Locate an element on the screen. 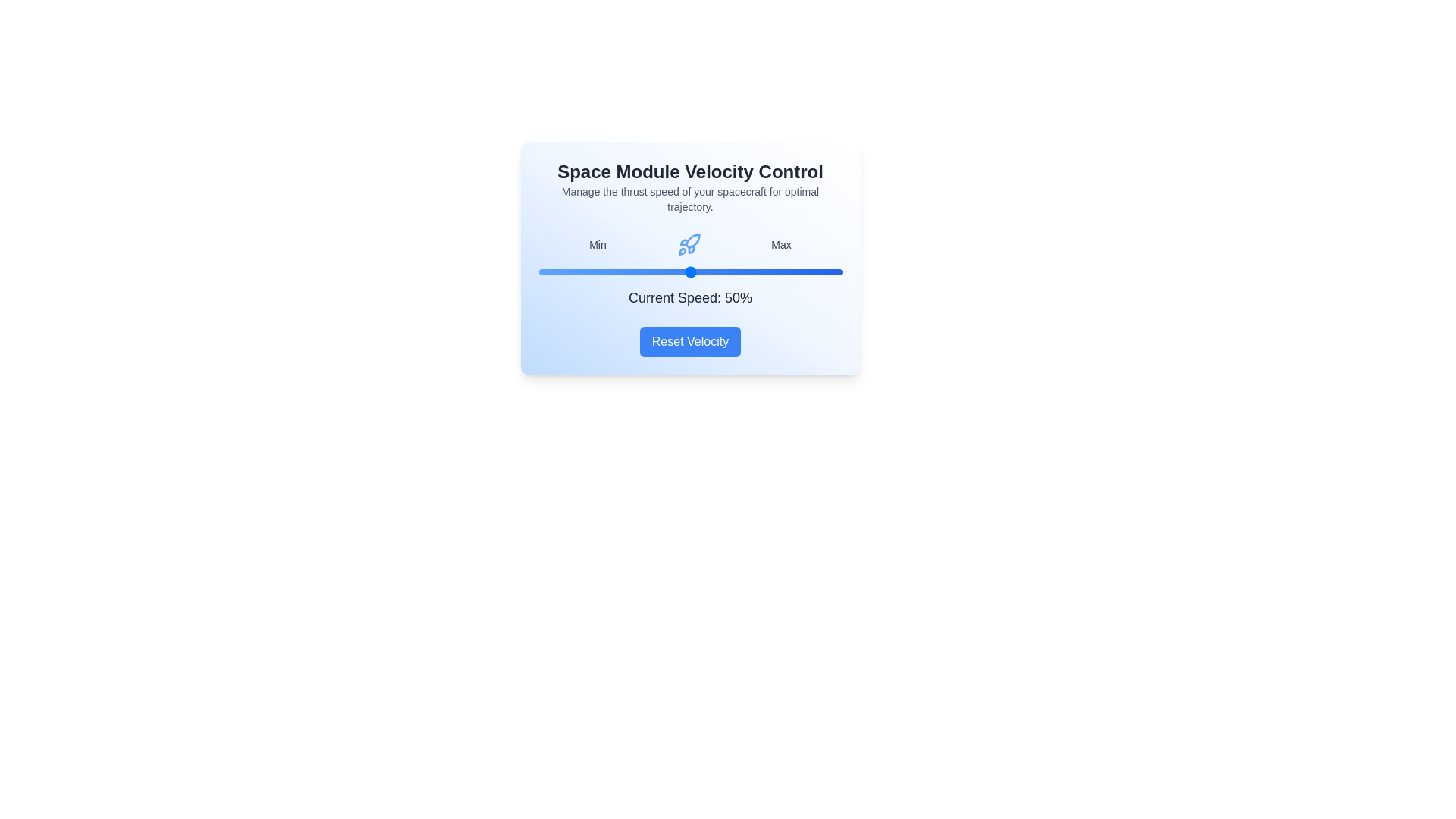  the speed slider to set the speed to 30% is located at coordinates (629, 271).